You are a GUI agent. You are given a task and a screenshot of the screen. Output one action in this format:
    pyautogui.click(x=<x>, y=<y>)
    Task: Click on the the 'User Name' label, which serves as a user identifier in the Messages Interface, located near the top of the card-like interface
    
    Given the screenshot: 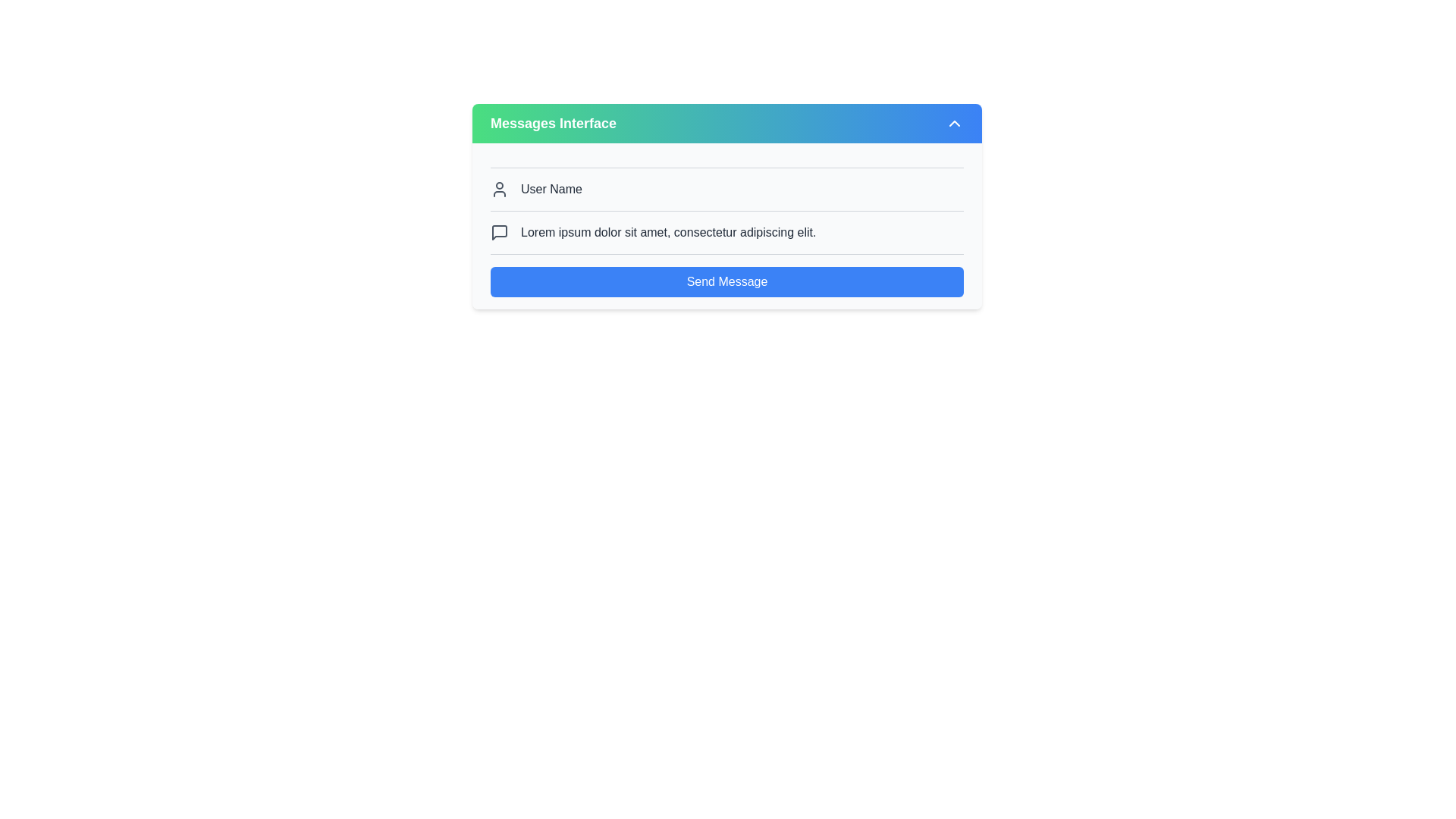 What is the action you would take?
    pyautogui.click(x=551, y=189)
    